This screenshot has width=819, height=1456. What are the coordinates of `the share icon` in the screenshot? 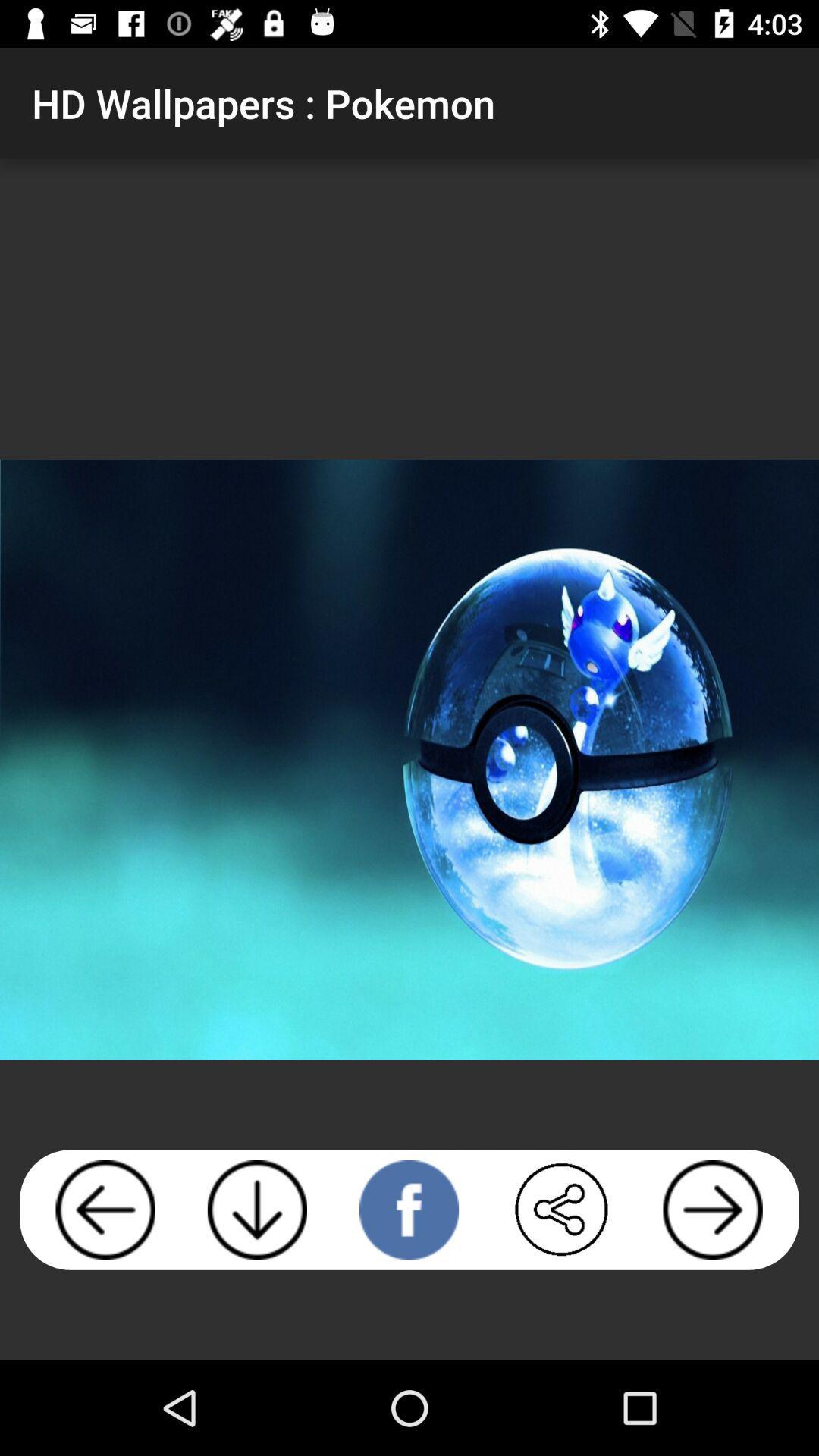 It's located at (560, 1209).